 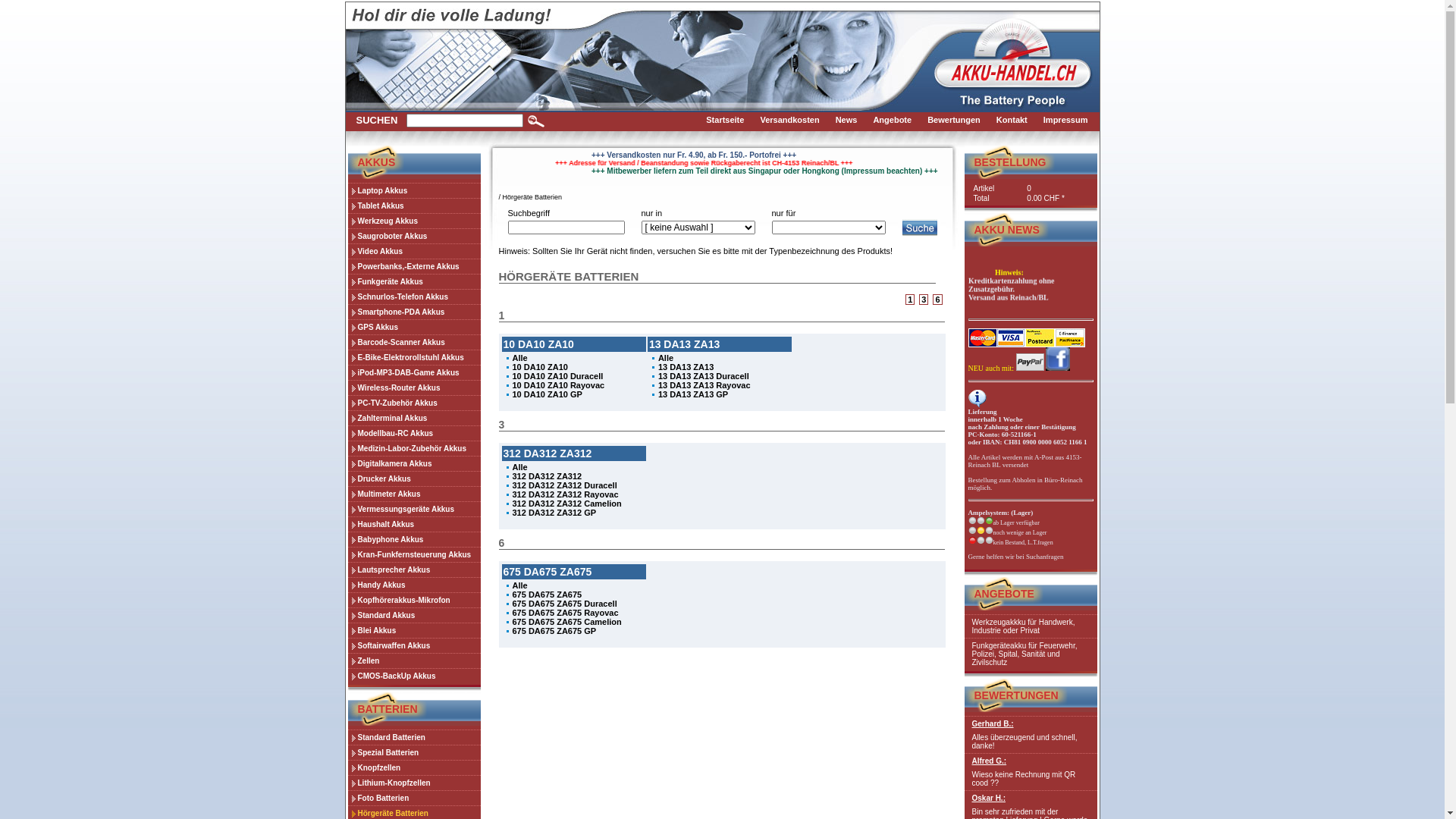 What do you see at coordinates (413, 494) in the screenshot?
I see `'Multimeter Akkus'` at bounding box center [413, 494].